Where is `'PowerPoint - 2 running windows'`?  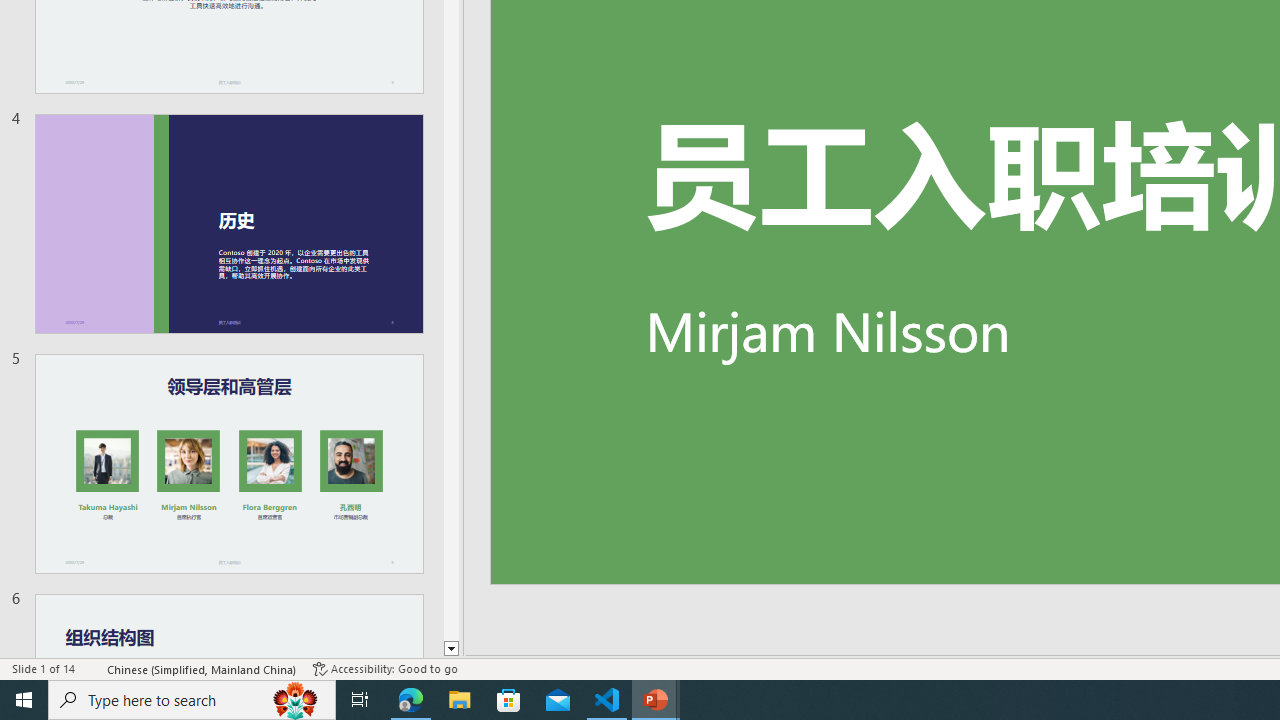
'PowerPoint - 2 running windows' is located at coordinates (656, 698).